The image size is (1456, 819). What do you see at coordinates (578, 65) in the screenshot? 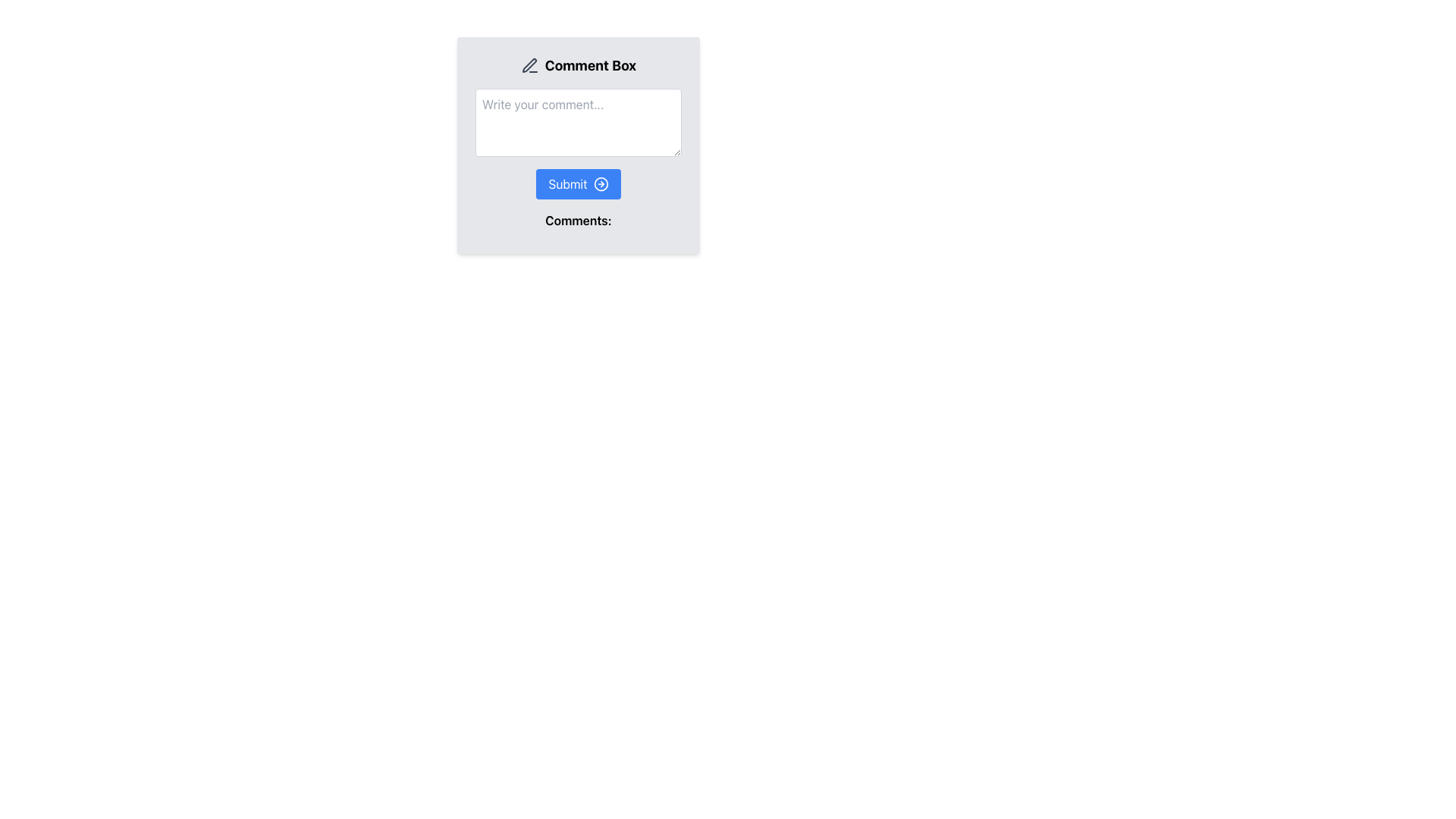
I see `the icon of the label located at the top of the comment input section for additional options` at bounding box center [578, 65].